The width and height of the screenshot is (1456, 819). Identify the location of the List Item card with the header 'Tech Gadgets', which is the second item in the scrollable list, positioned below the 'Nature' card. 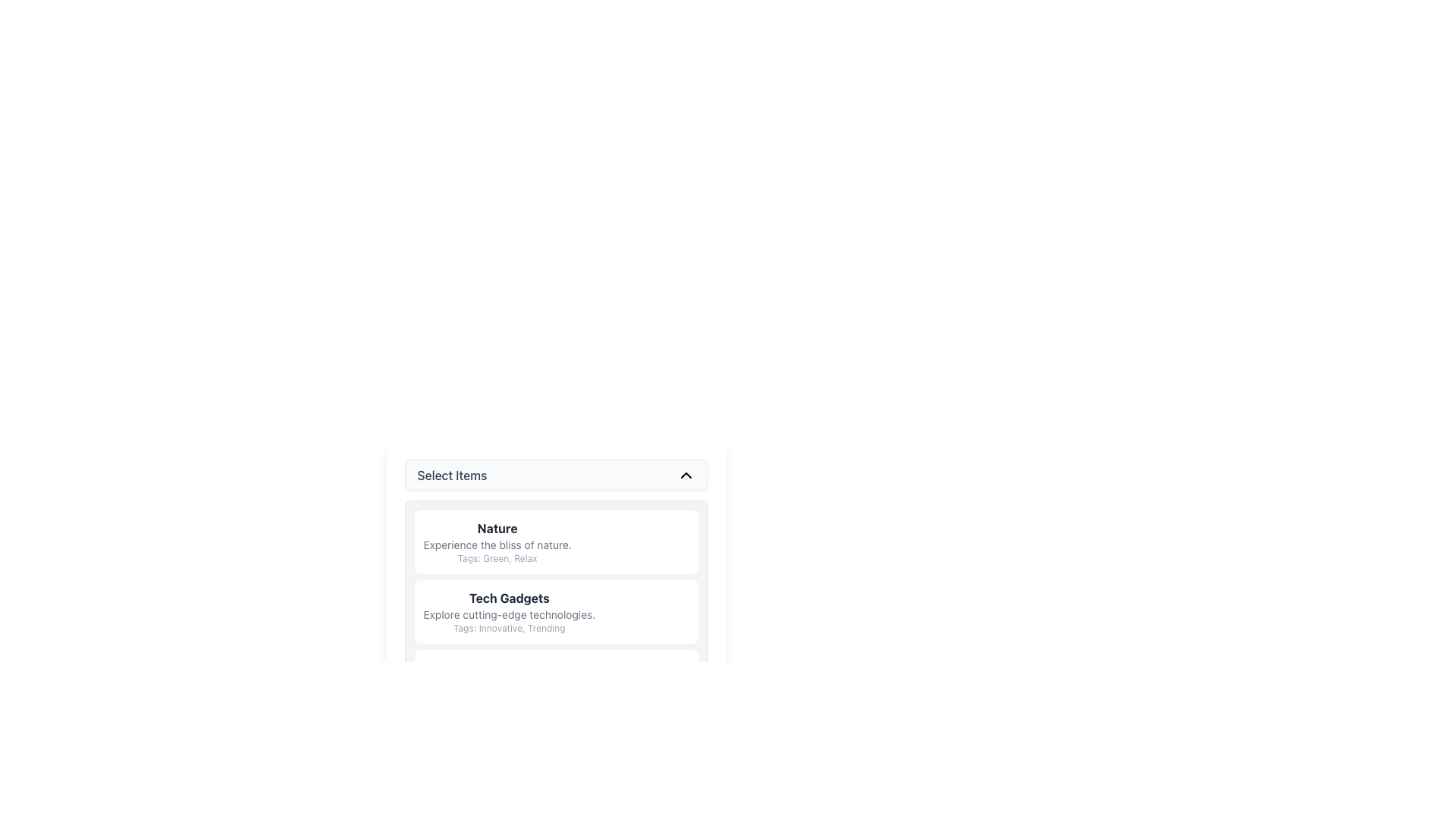
(555, 610).